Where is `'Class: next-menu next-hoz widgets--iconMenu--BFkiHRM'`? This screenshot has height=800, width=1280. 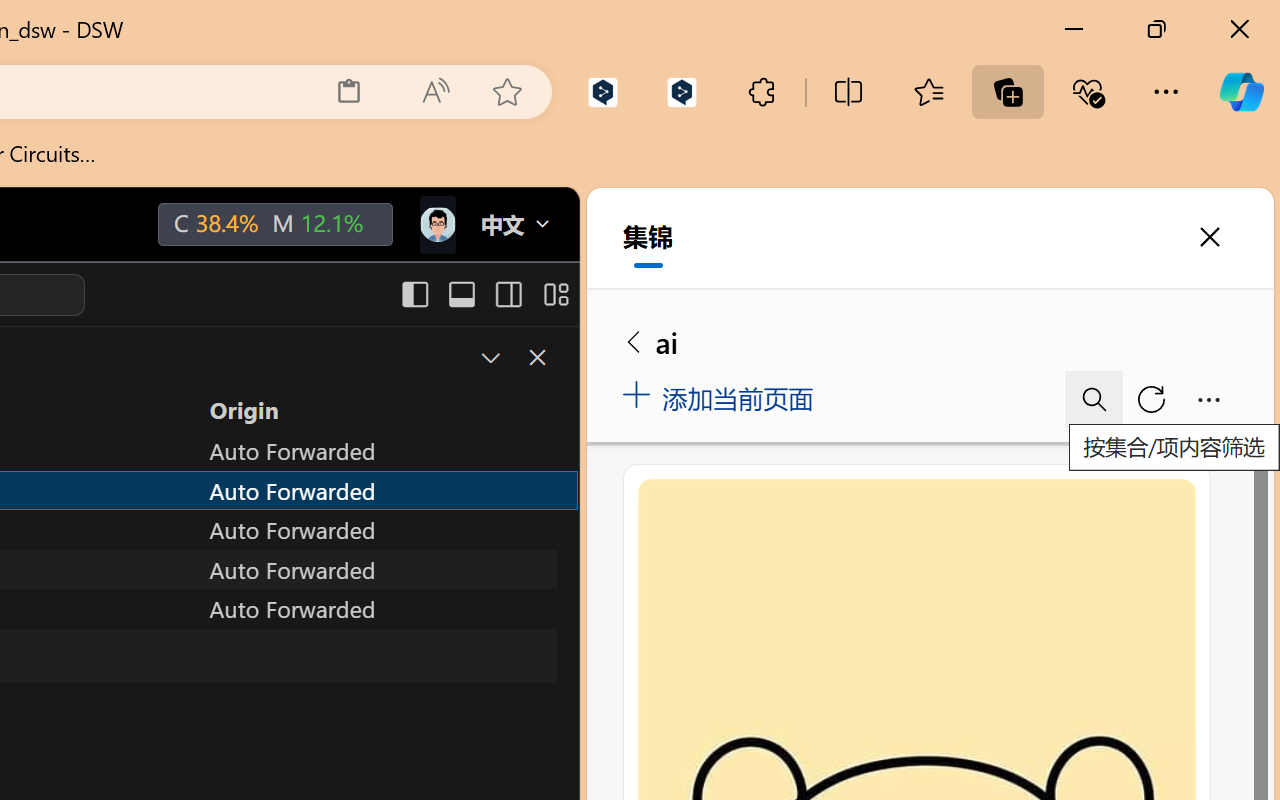
'Class: next-menu next-hoz widgets--iconMenu--BFkiHRM' is located at coordinates (435, 225).